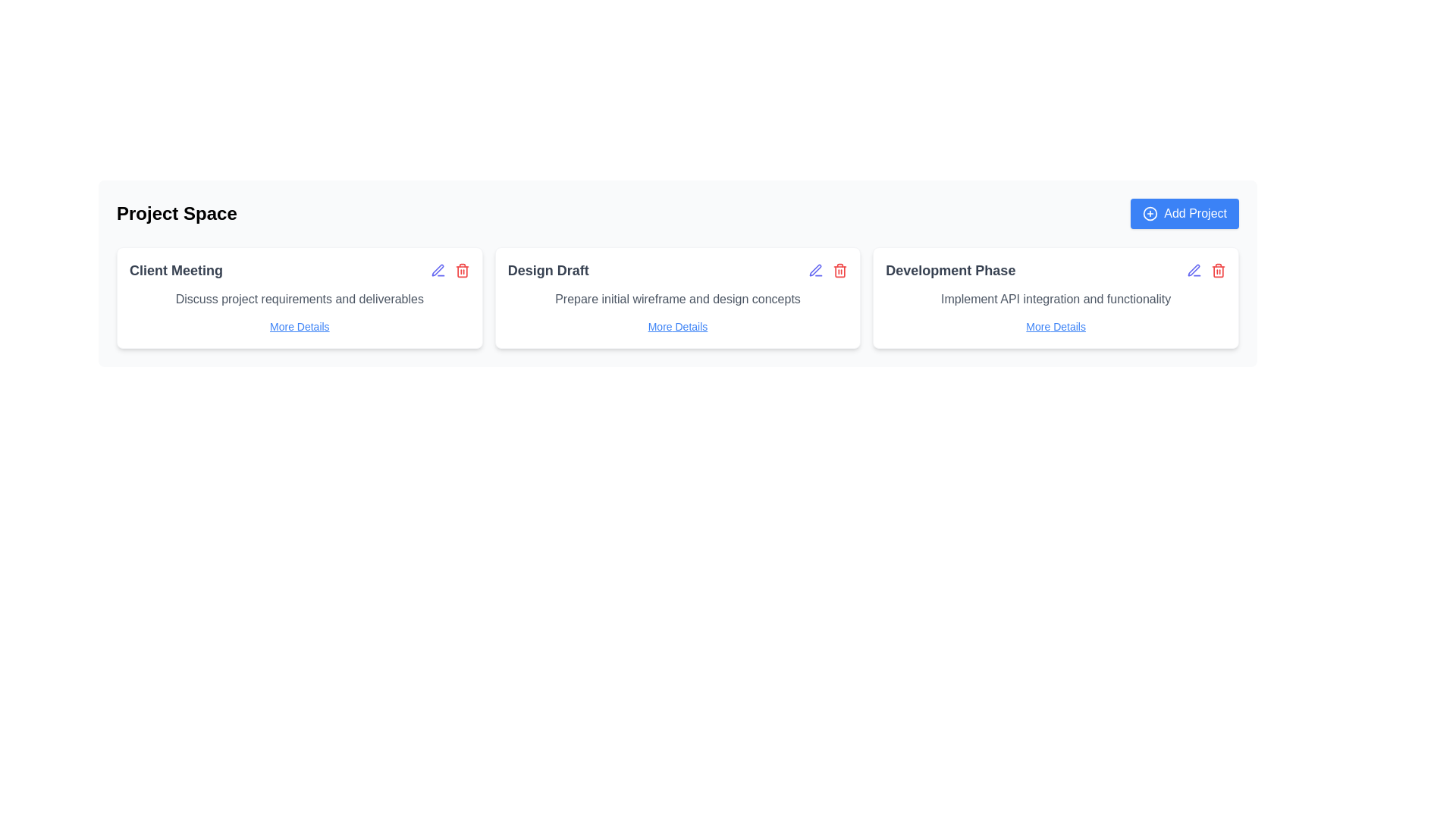 The width and height of the screenshot is (1456, 819). I want to click on text content of the 'Design Draft' label which is displayed in a larger, bold, dark gray font at the top center of the second card in a horizontal list of three cards, so click(548, 270).